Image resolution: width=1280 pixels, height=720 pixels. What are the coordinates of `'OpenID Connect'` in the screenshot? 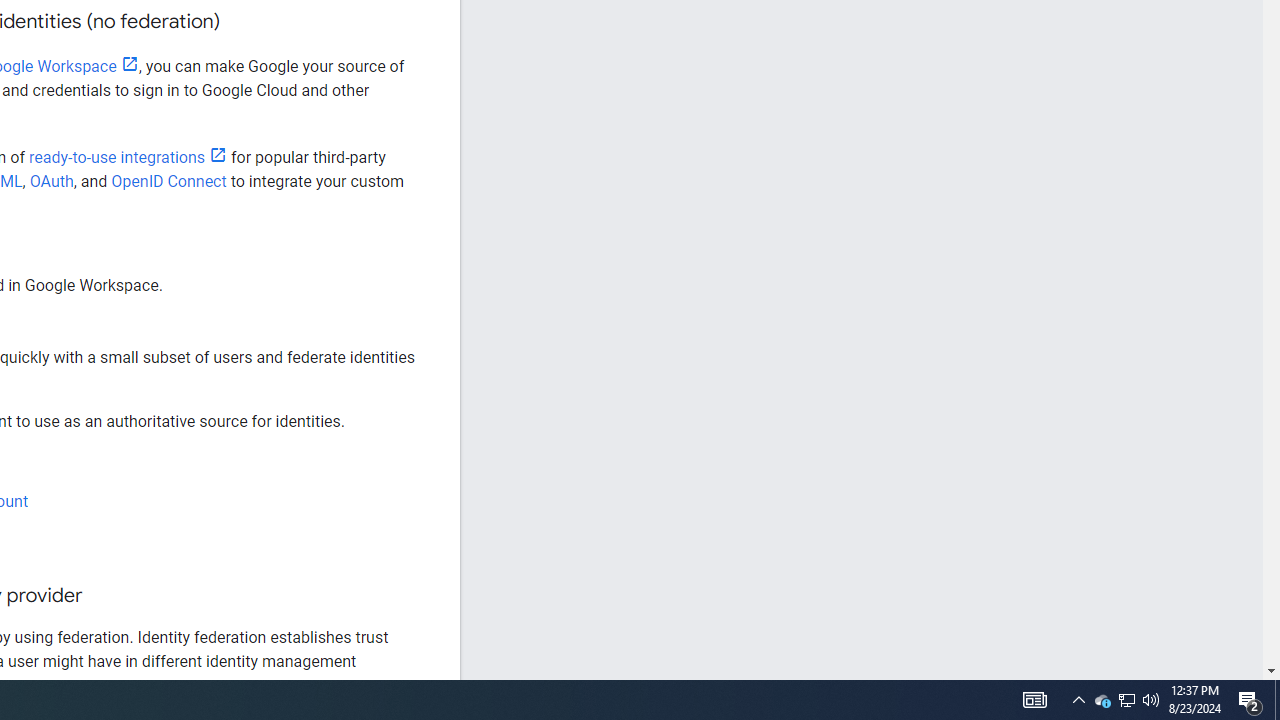 It's located at (168, 181).